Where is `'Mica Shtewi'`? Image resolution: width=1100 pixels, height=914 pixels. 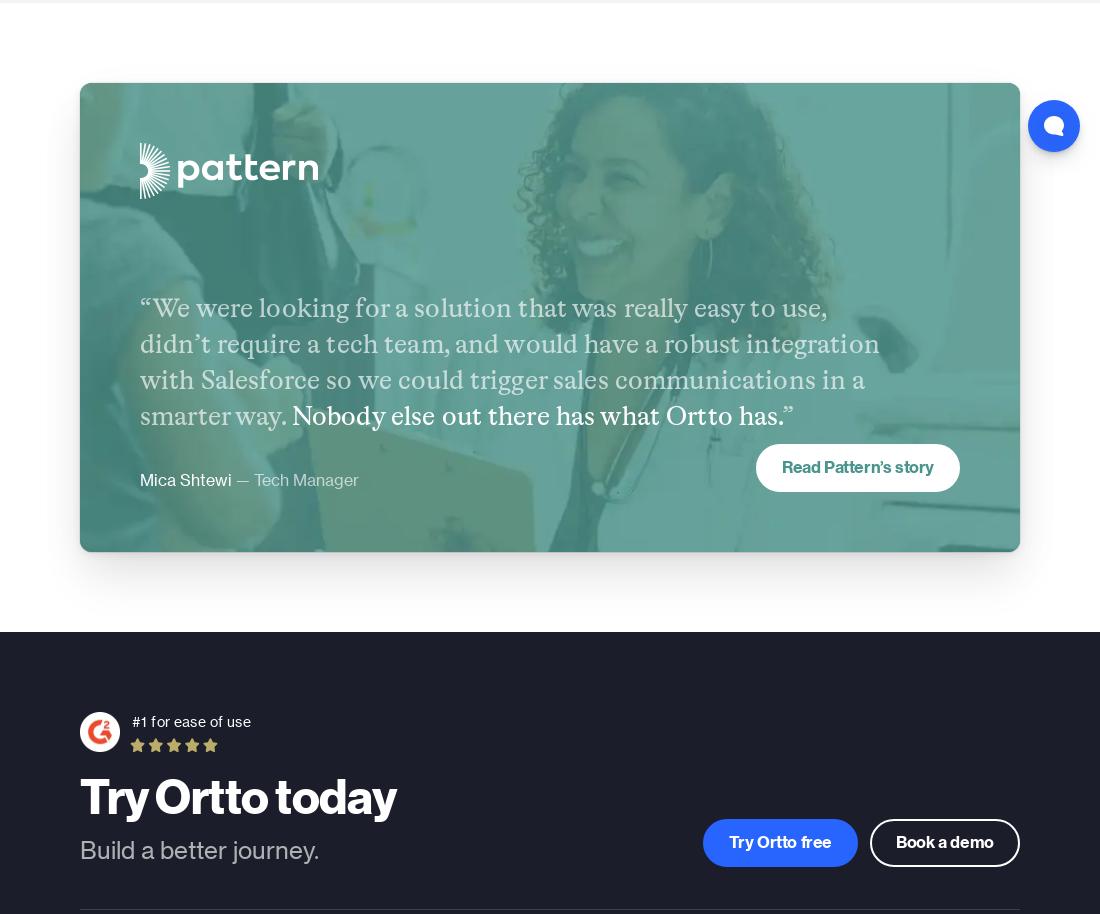
'Mica Shtewi' is located at coordinates (185, 479).